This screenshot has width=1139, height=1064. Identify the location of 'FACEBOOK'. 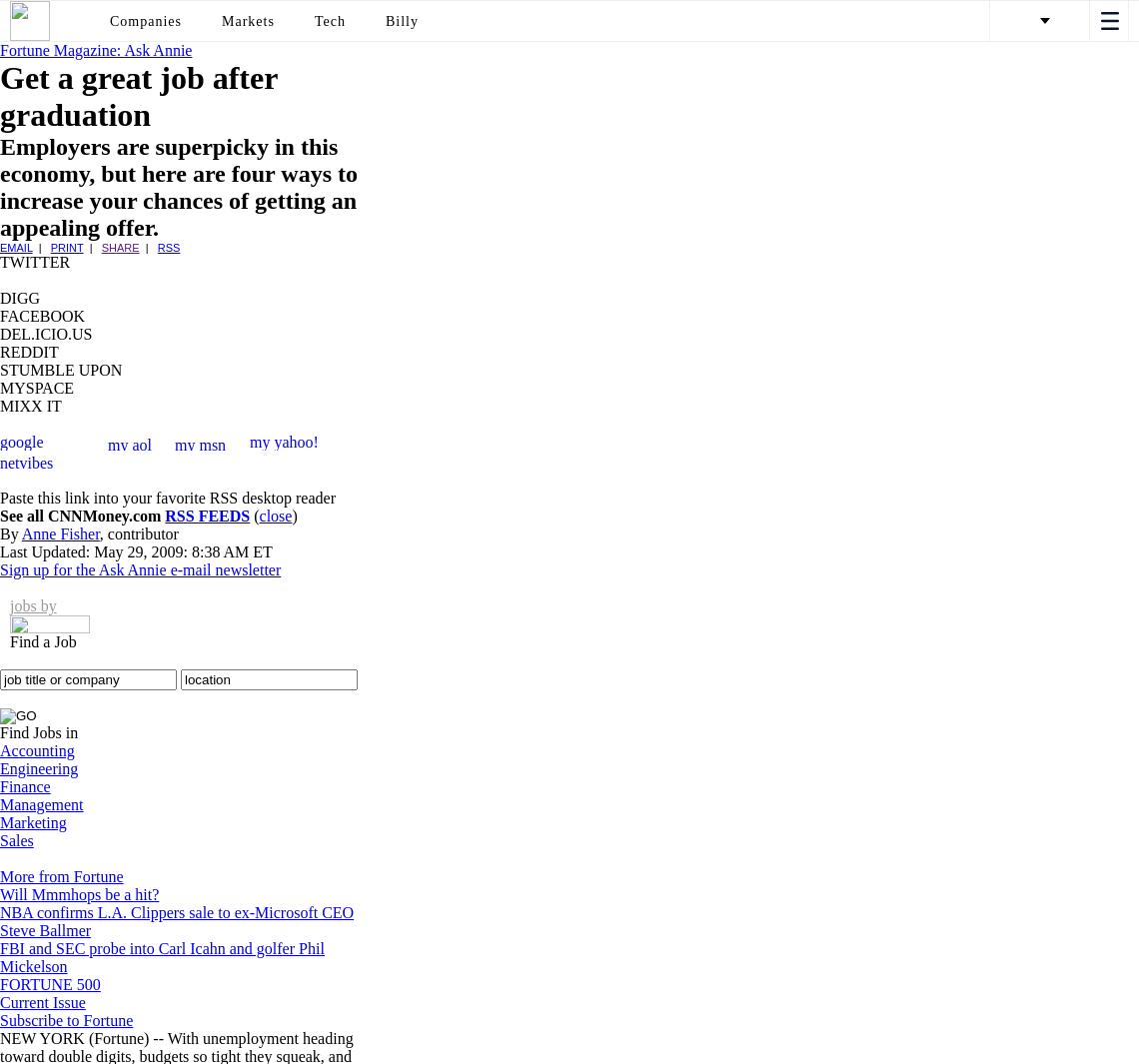
(0, 315).